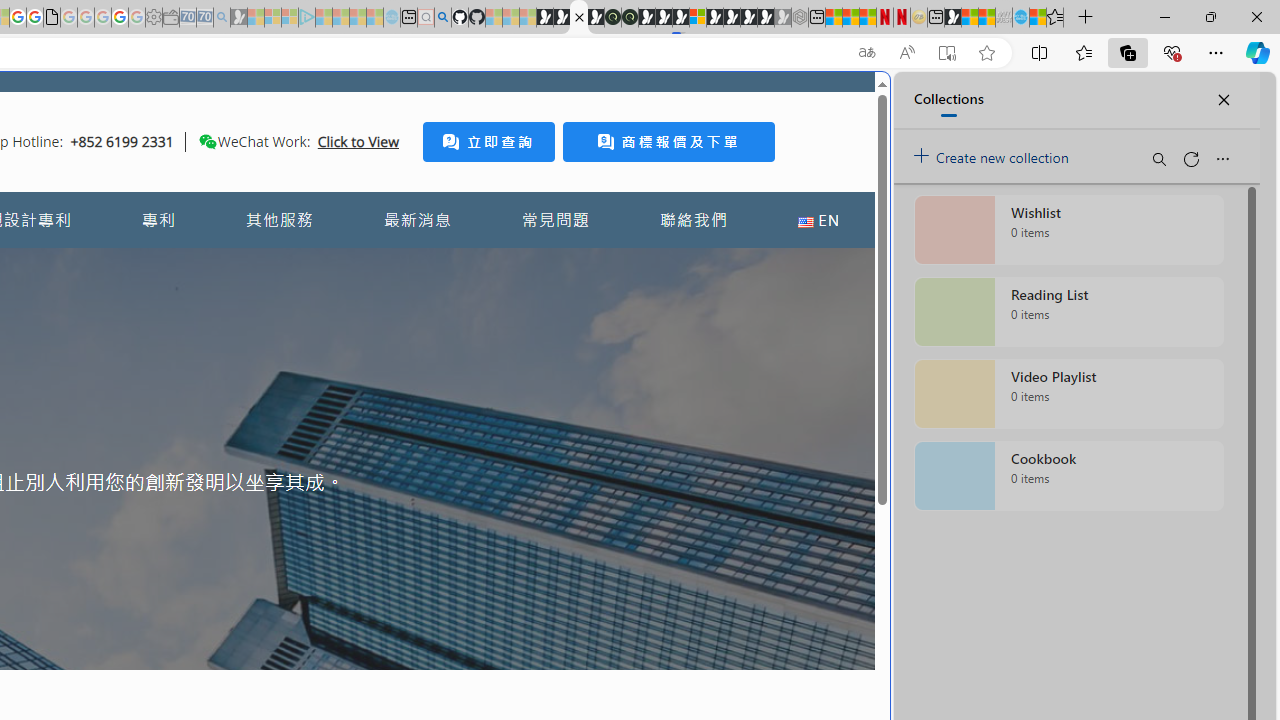  What do you see at coordinates (204, 17) in the screenshot?
I see `'Cheap Car Rentals - Save70.com - Sleeping'` at bounding box center [204, 17].